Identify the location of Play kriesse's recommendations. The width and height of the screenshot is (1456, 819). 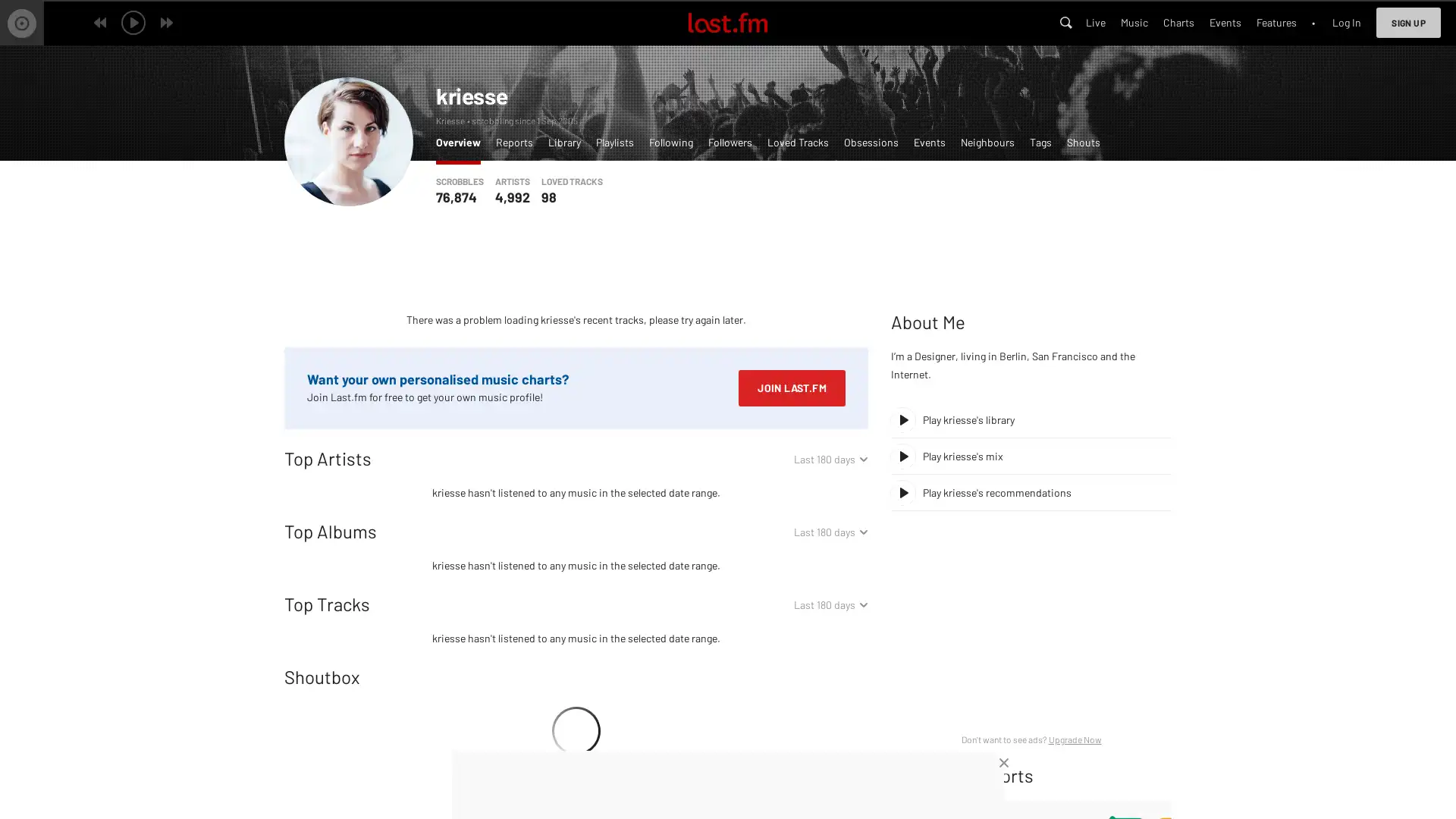
(1031, 493).